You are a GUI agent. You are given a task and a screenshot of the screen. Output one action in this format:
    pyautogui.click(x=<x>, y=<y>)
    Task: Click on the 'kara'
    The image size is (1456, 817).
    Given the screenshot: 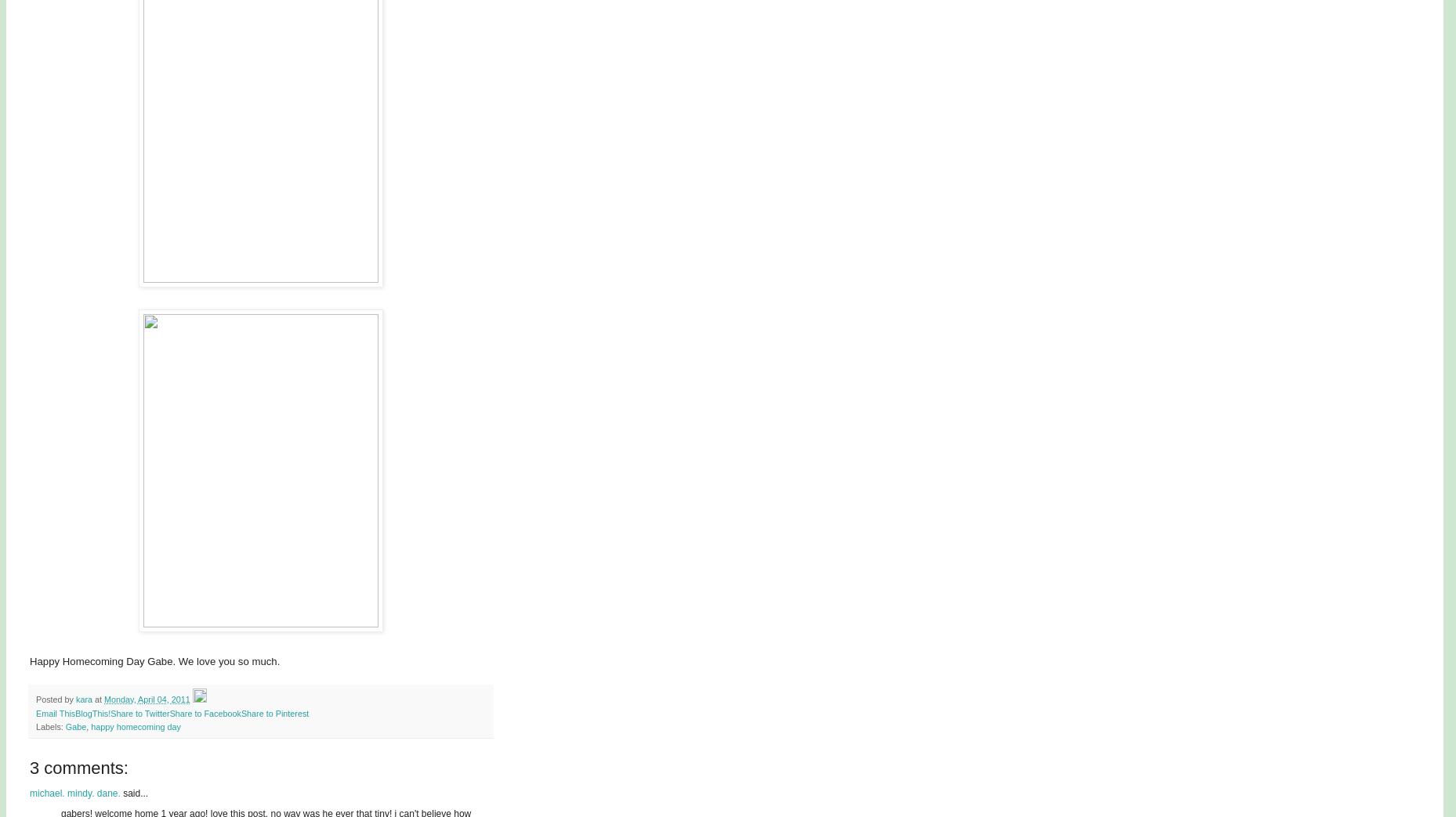 What is the action you would take?
    pyautogui.click(x=84, y=700)
    